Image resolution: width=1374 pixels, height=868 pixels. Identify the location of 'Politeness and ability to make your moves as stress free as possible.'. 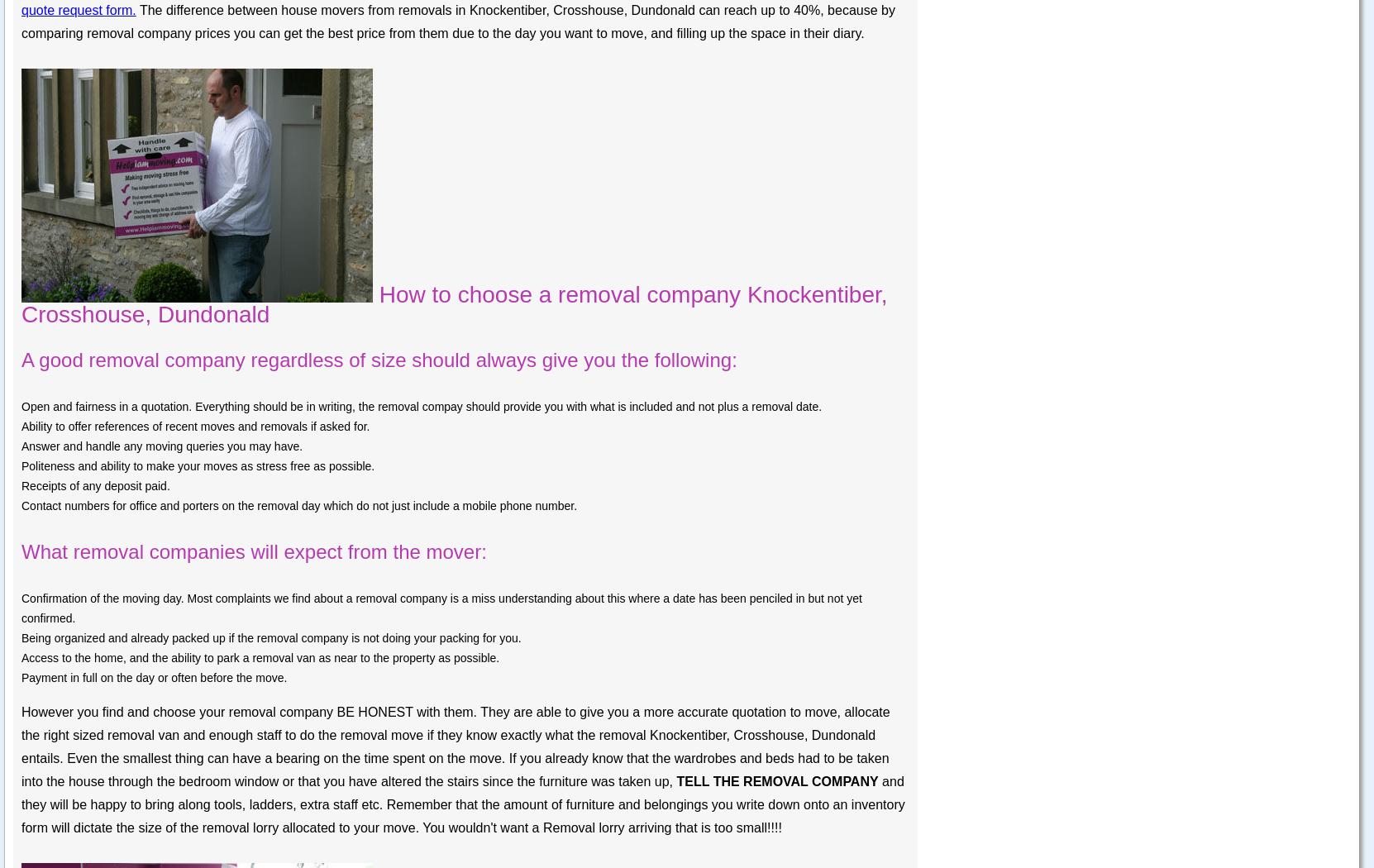
(197, 465).